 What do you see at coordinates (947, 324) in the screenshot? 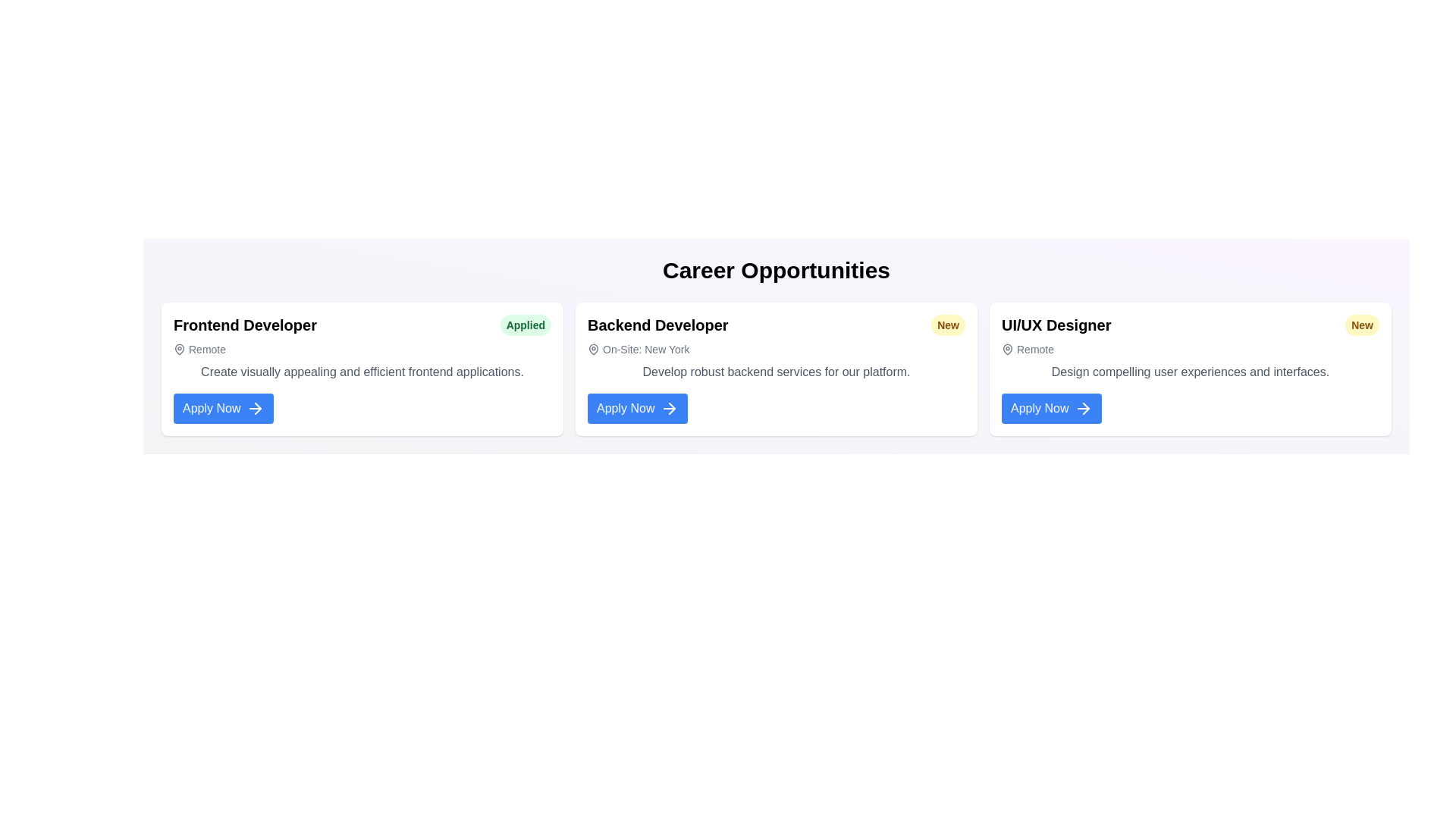
I see `the new job post badge located at the top-right corner of the 'Backend Developer' card` at bounding box center [947, 324].